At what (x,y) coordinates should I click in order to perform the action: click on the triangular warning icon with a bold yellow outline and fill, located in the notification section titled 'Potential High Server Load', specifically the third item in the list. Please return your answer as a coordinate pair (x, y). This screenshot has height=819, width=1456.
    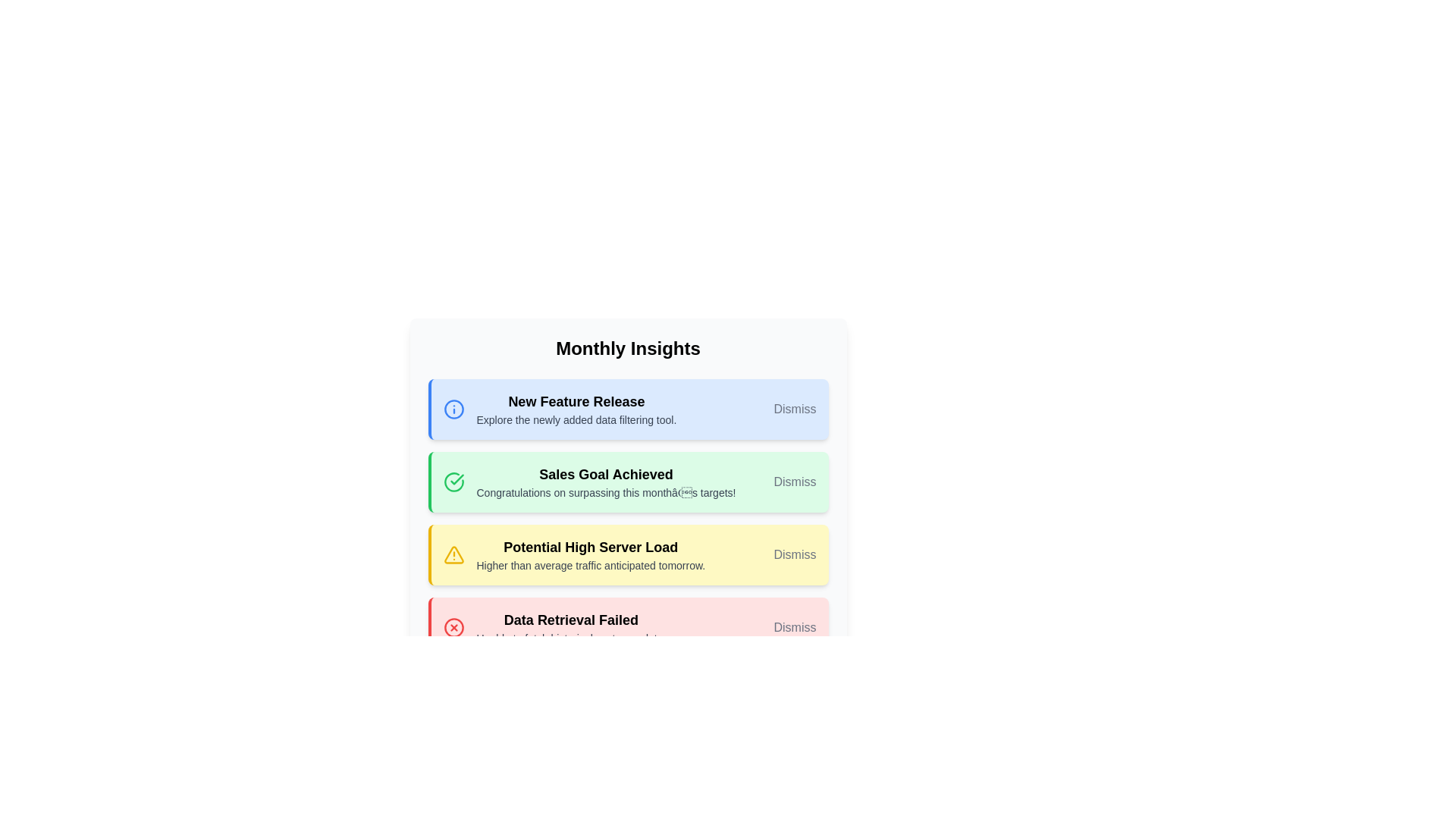
    Looking at the image, I should click on (453, 555).